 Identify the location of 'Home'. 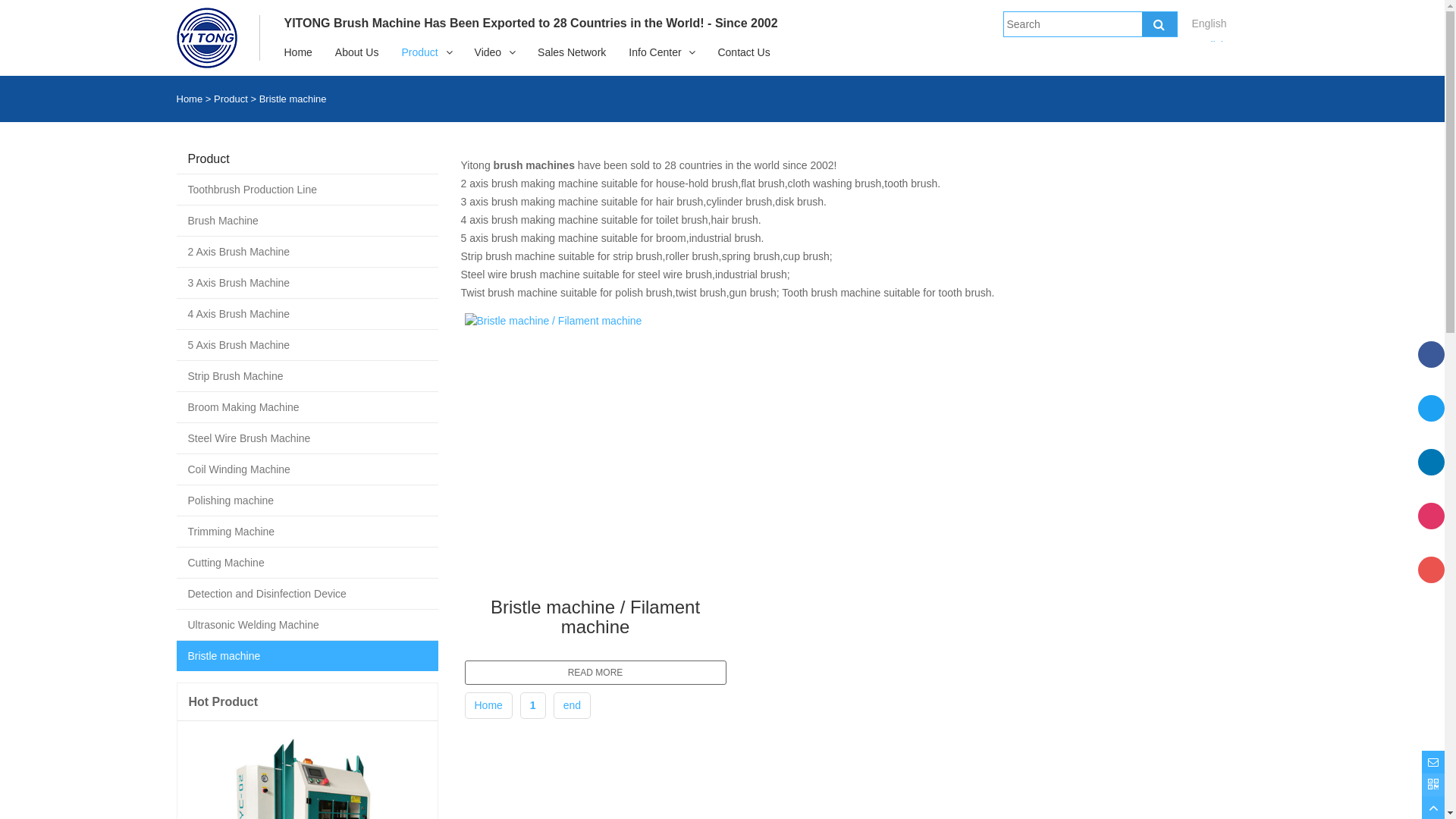
(188, 99).